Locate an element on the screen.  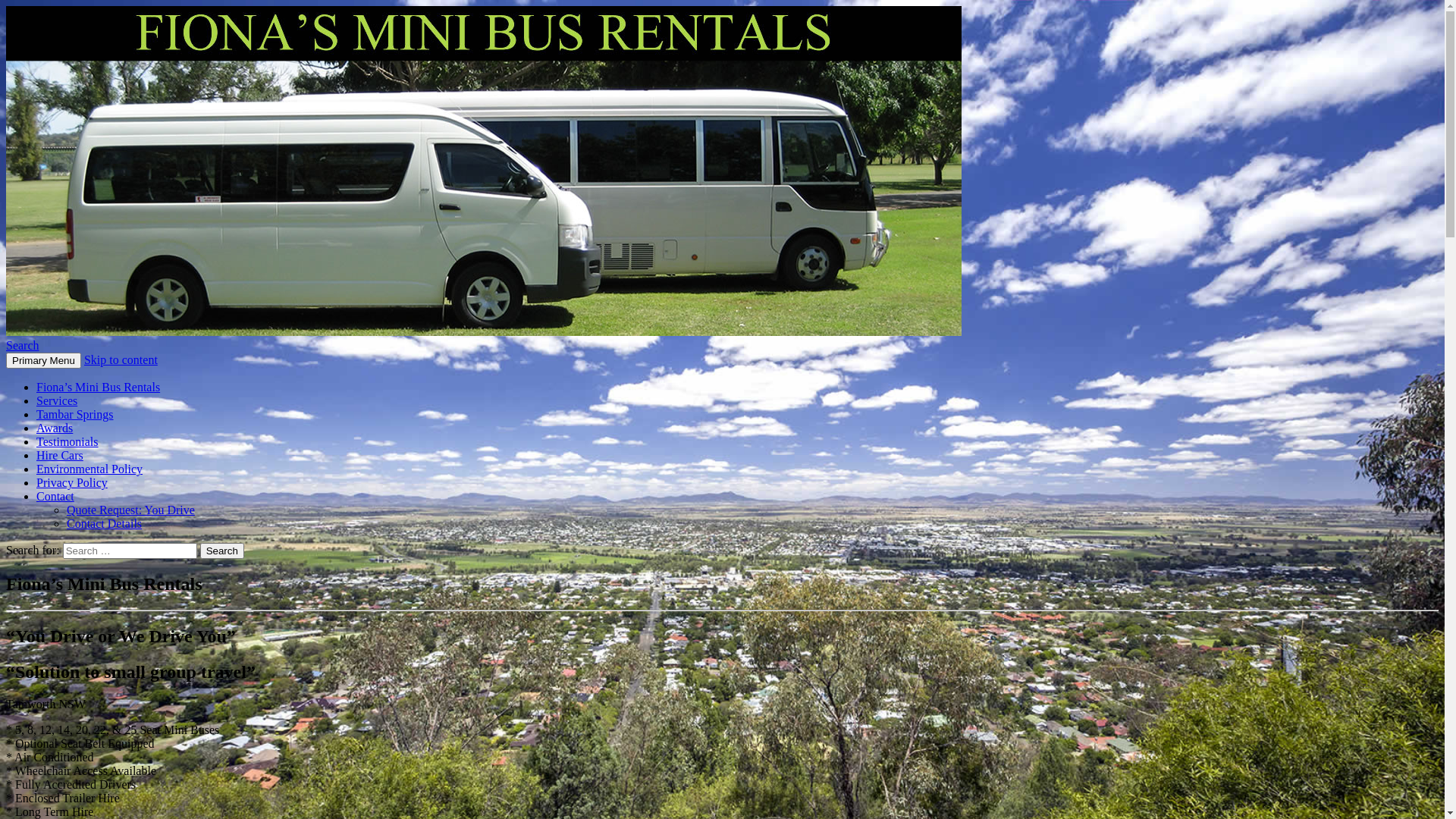
'Quote Request: You Drive' is located at coordinates (130, 510).